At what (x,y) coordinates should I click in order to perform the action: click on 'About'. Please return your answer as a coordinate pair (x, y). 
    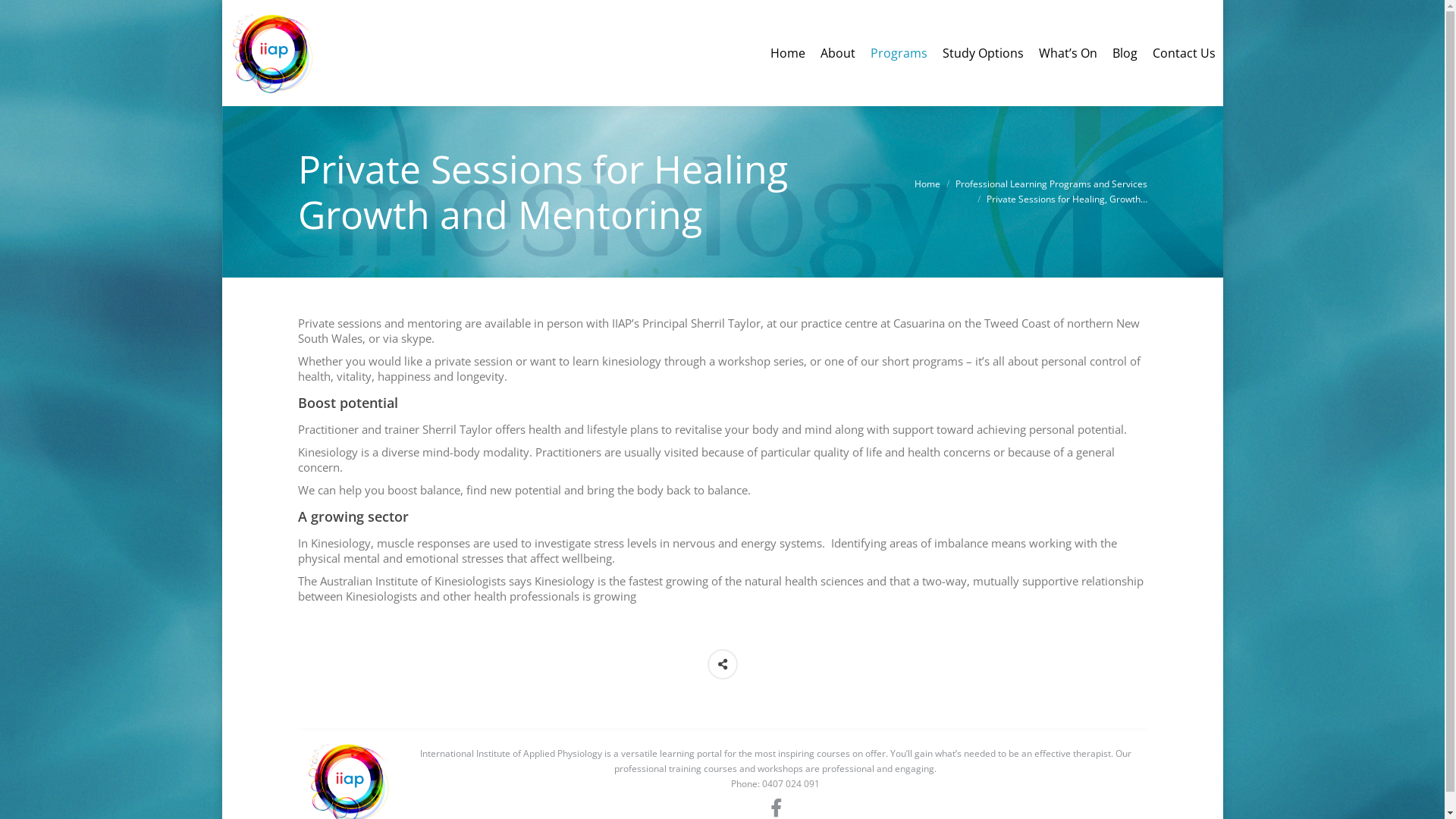
    Looking at the image, I should click on (836, 52).